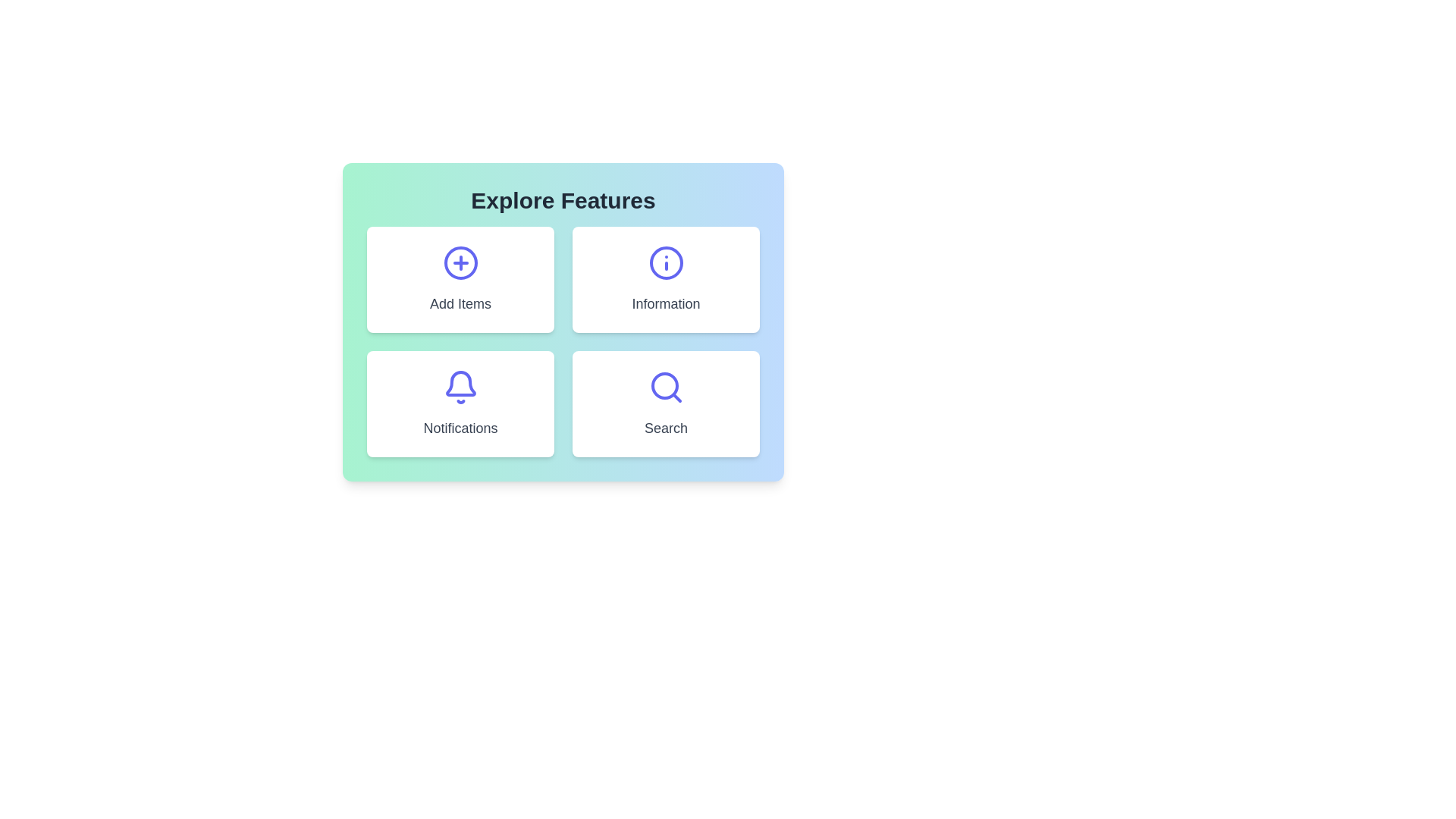 The height and width of the screenshot is (819, 1456). I want to click on the circular component of the Search icon, which visually represents the inner detail of the magnifying glass within a four-option grid layout, so click(664, 385).